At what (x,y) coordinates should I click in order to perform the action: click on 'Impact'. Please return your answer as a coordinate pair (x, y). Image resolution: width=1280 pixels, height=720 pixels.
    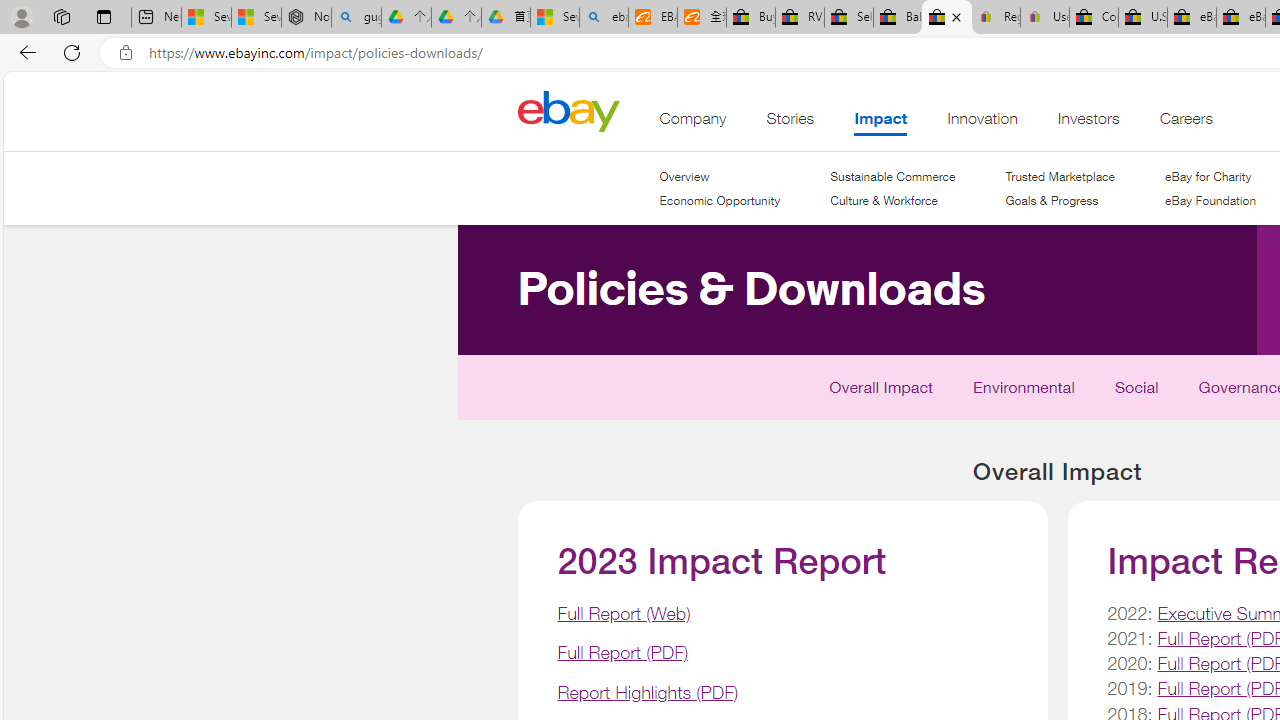
    Looking at the image, I should click on (880, 123).